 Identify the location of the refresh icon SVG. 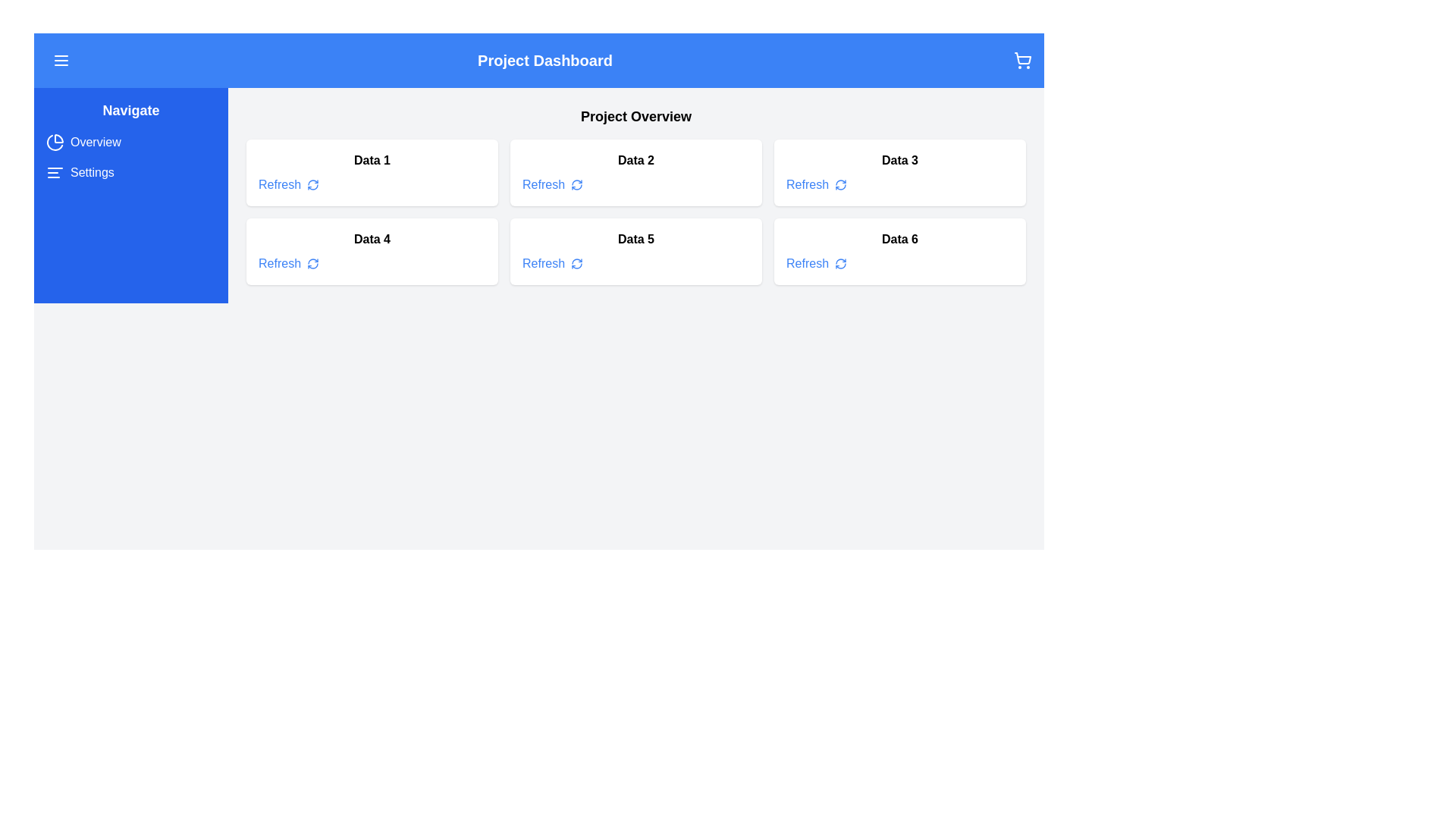
(312, 262).